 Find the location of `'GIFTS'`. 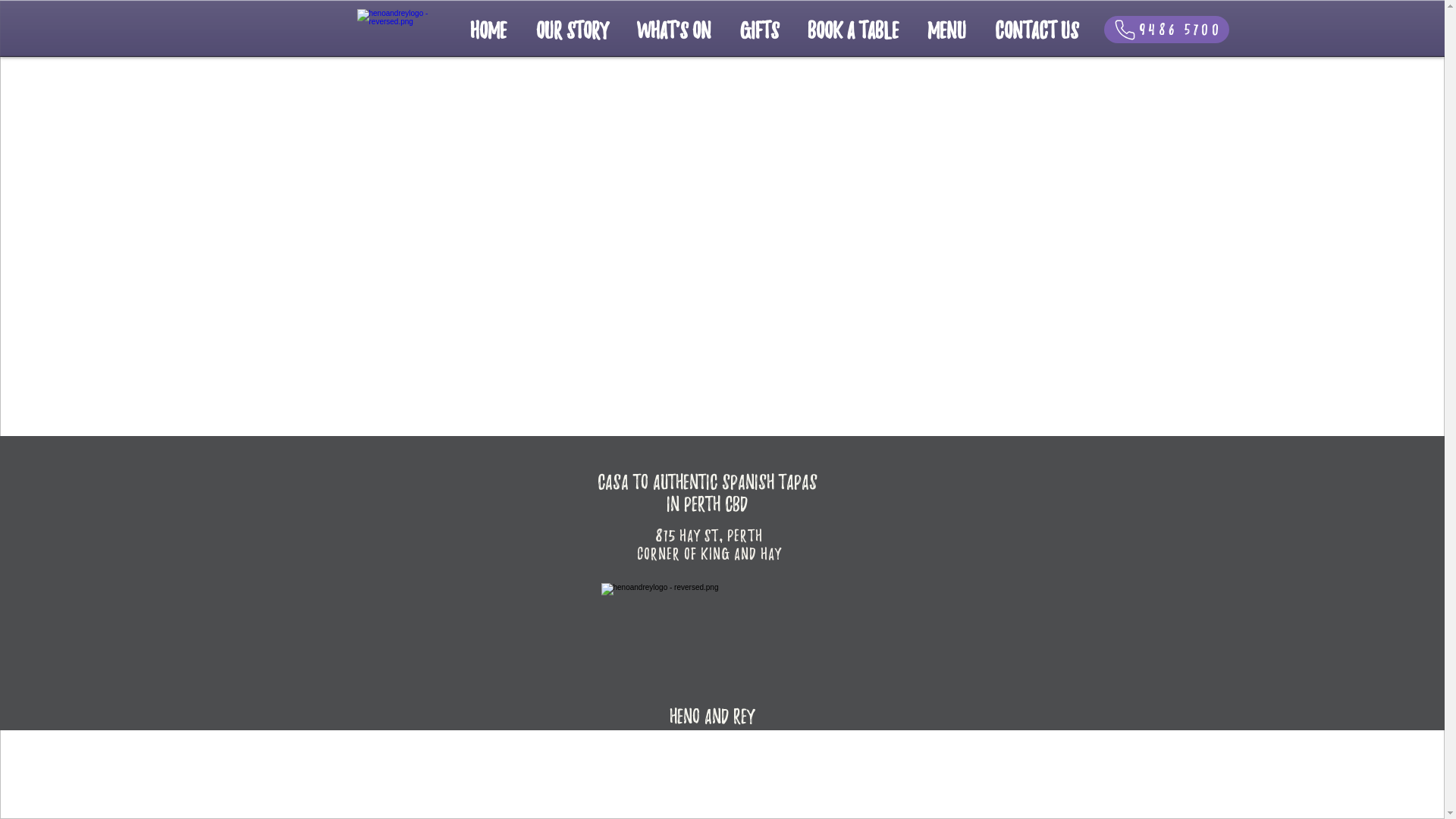

'GIFTS' is located at coordinates (758, 29).